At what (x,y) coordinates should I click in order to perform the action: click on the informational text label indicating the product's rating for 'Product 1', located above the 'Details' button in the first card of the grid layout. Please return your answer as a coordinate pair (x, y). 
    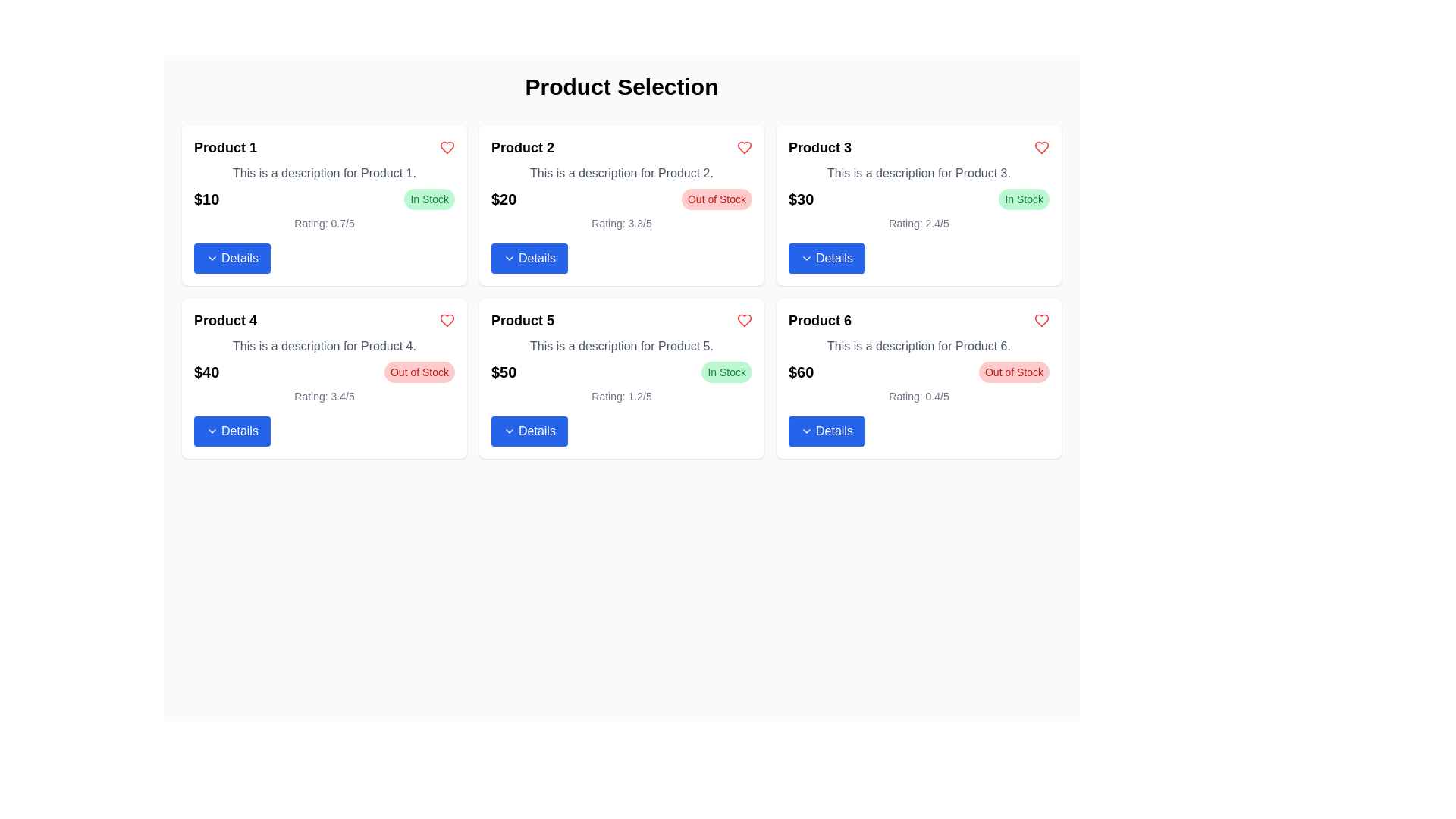
    Looking at the image, I should click on (323, 223).